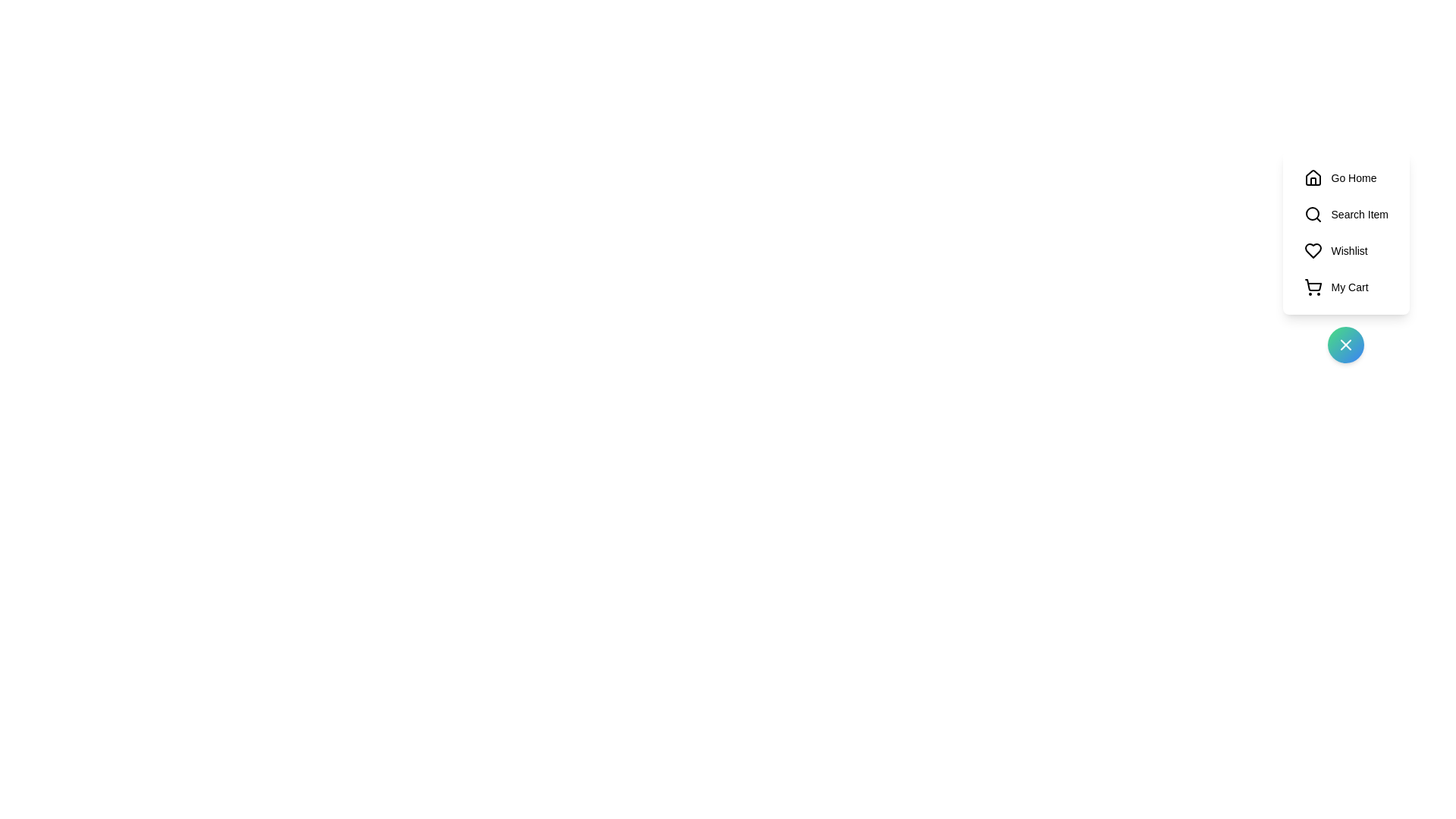 The image size is (1456, 819). I want to click on the 'My Cart' button, so click(1346, 287).